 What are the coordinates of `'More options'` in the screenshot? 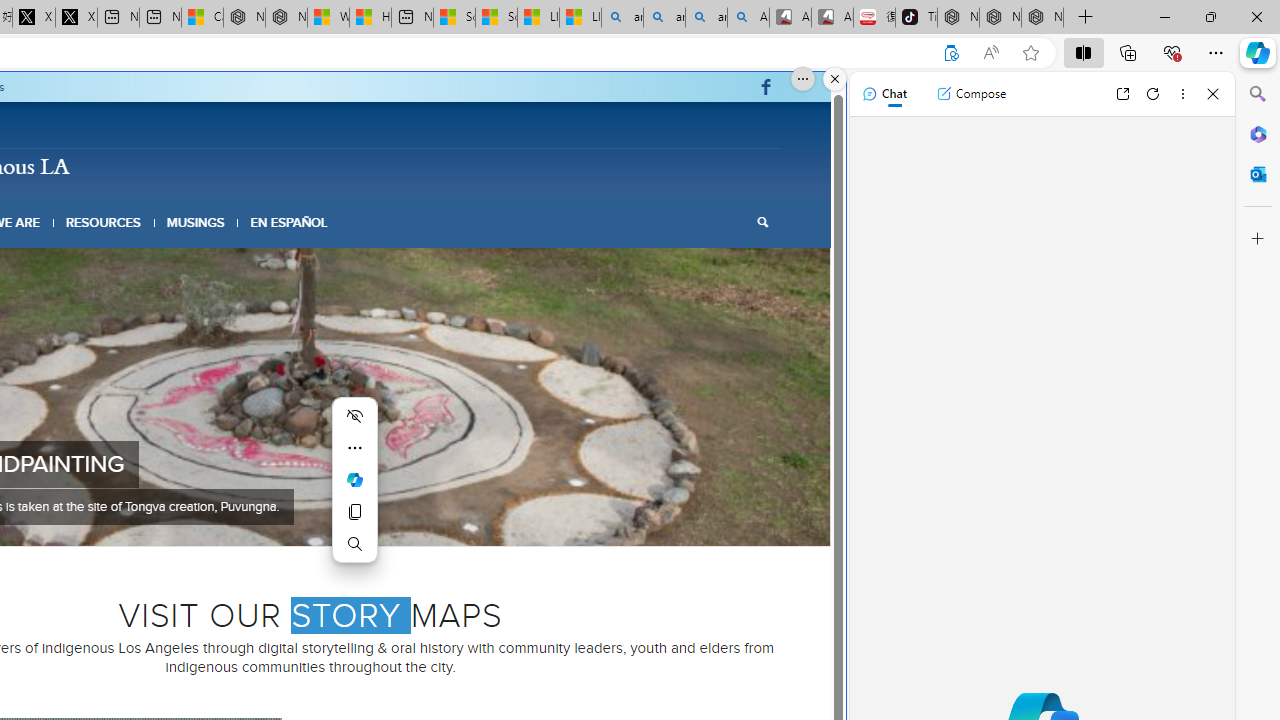 It's located at (1182, 93).